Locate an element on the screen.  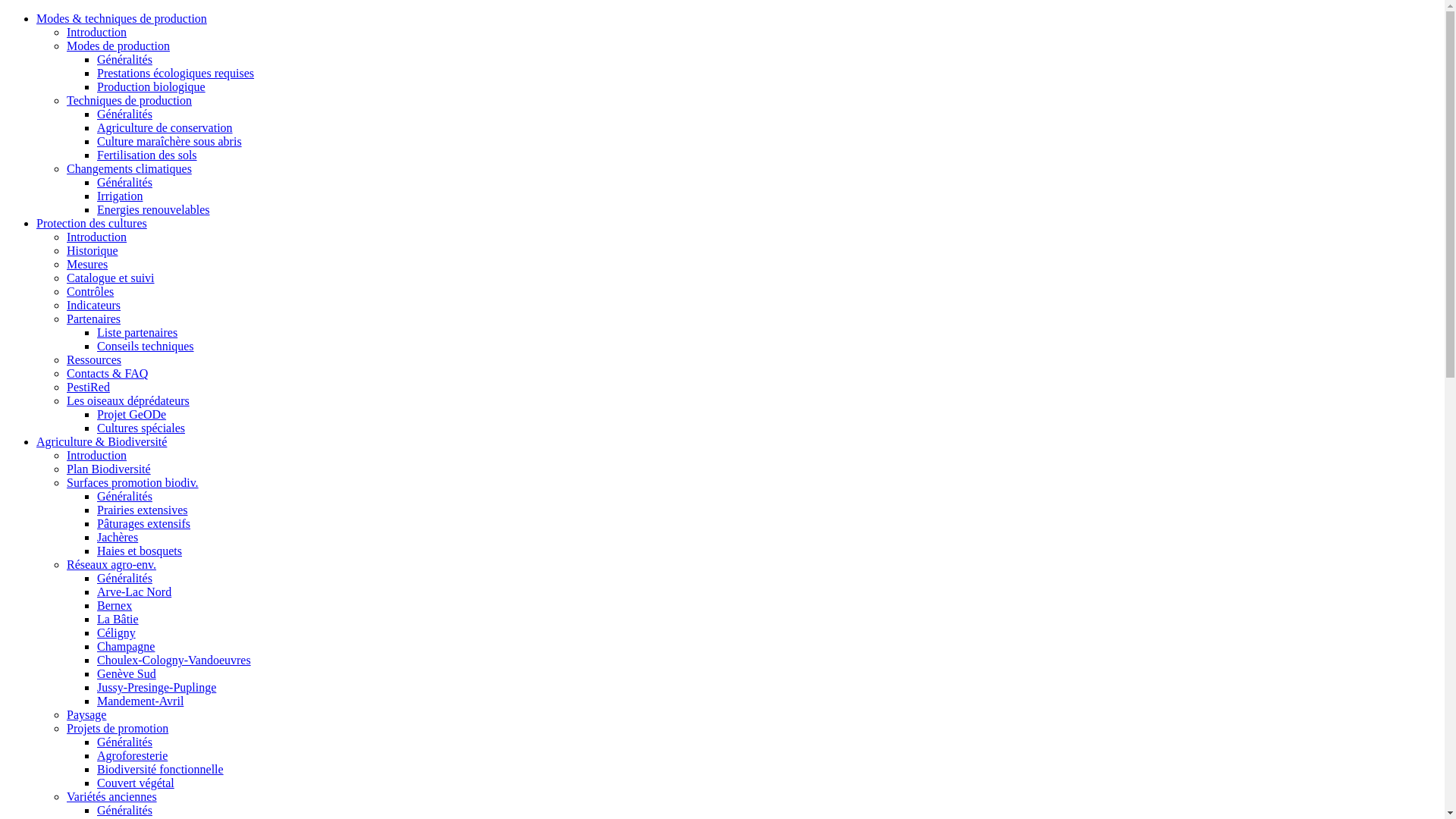
'Surfaces promotion biodiv.' is located at coordinates (65, 482).